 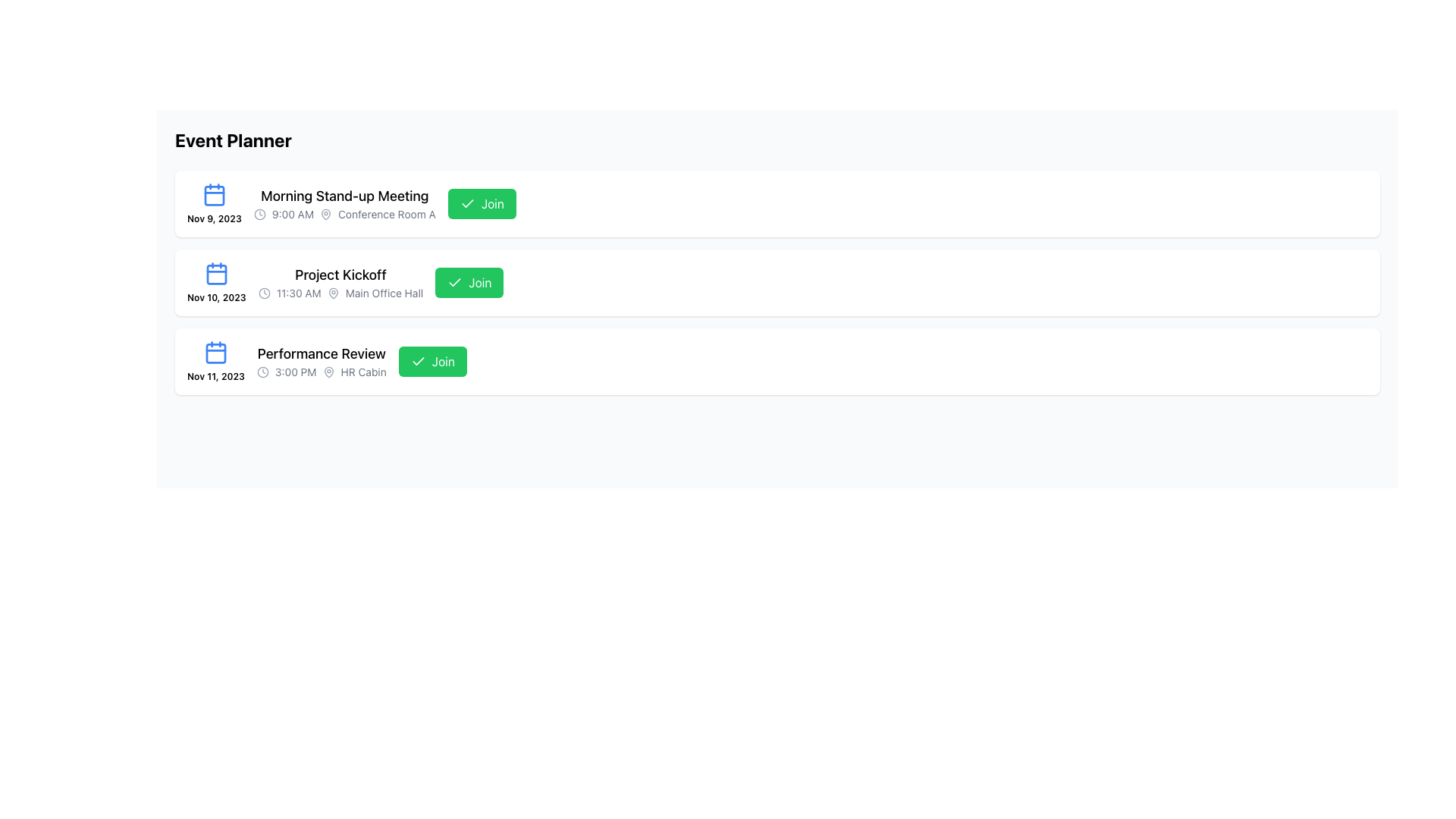 What do you see at coordinates (332, 293) in the screenshot?
I see `the gray map pin icon located near the text 'Main Office Hall' in the second event card titled 'Project Kickoff'` at bounding box center [332, 293].